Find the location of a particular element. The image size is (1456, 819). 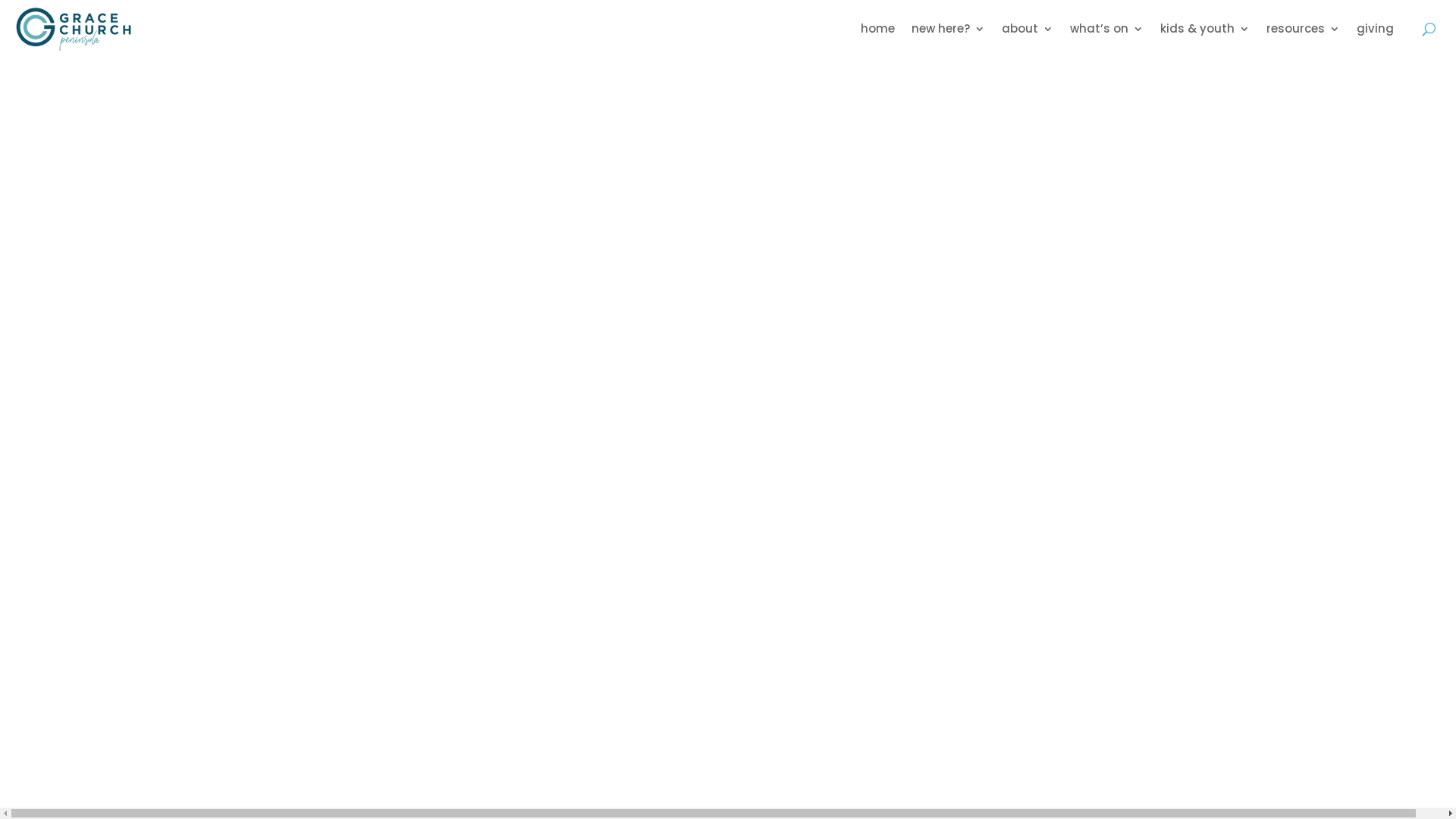

'home' is located at coordinates (877, 29).